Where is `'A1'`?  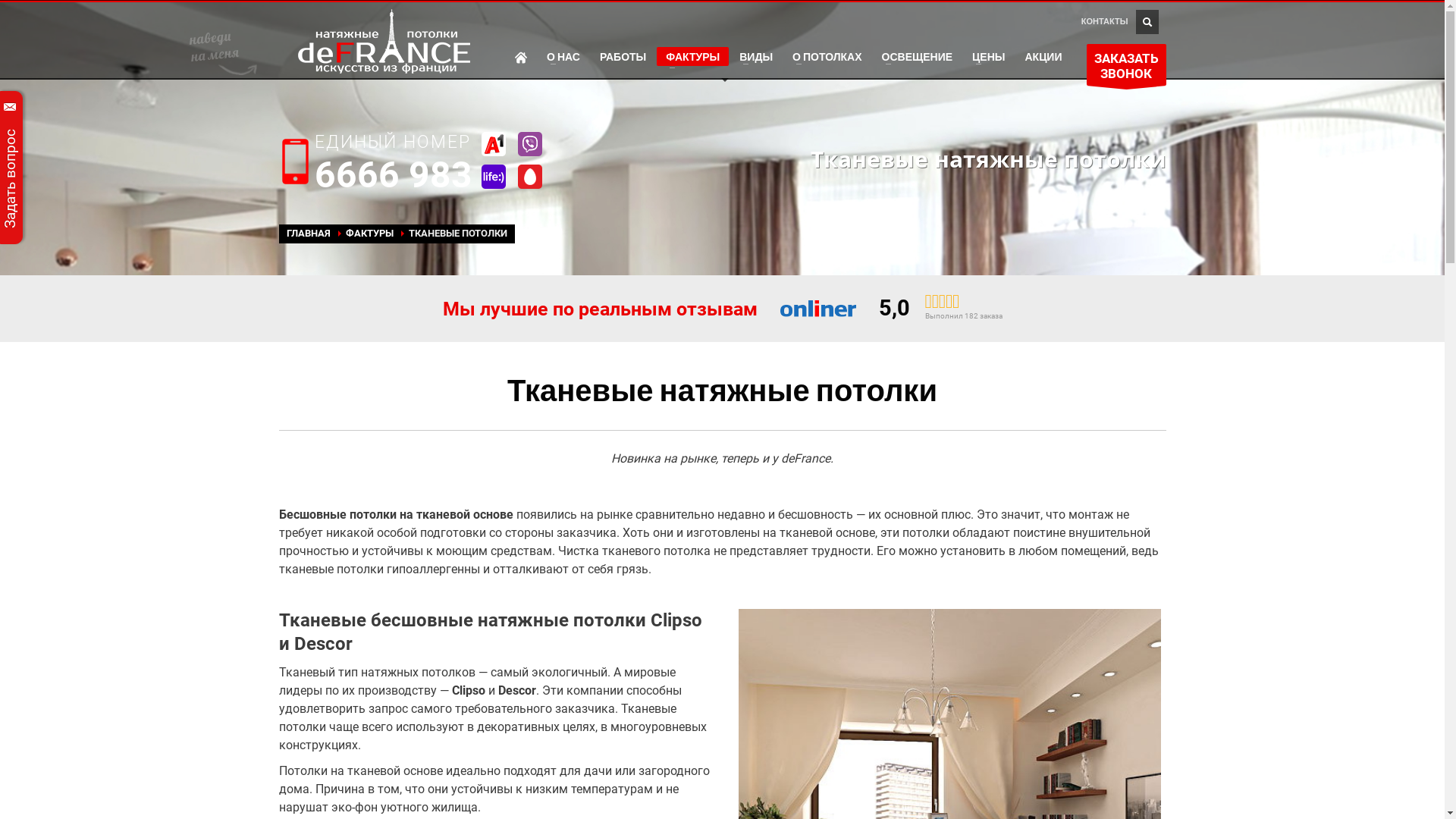 'A1' is located at coordinates (492, 143).